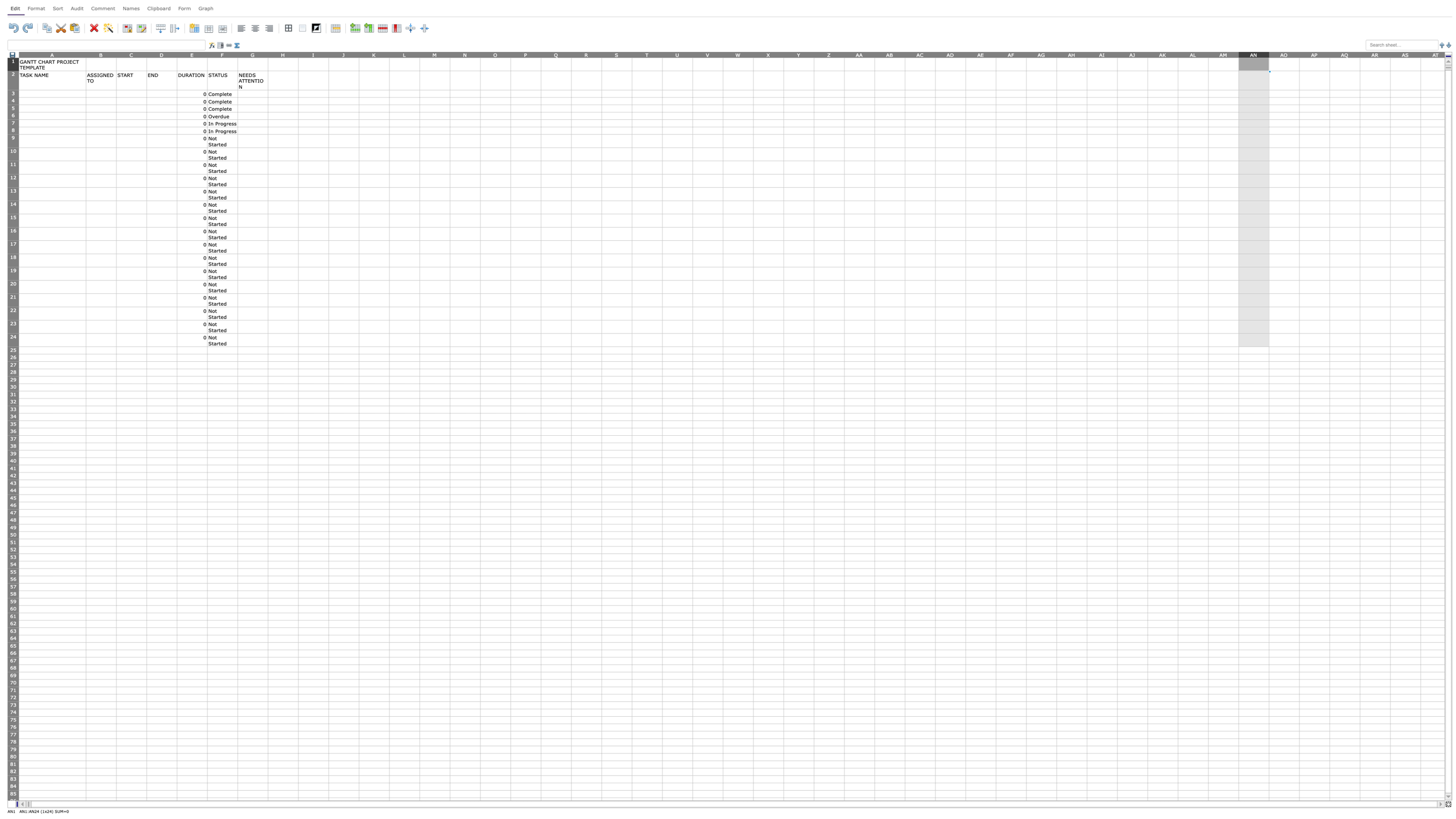 The image size is (1456, 819). What do you see at coordinates (1299, 54) in the screenshot?
I see `column AO's width resize handle` at bounding box center [1299, 54].